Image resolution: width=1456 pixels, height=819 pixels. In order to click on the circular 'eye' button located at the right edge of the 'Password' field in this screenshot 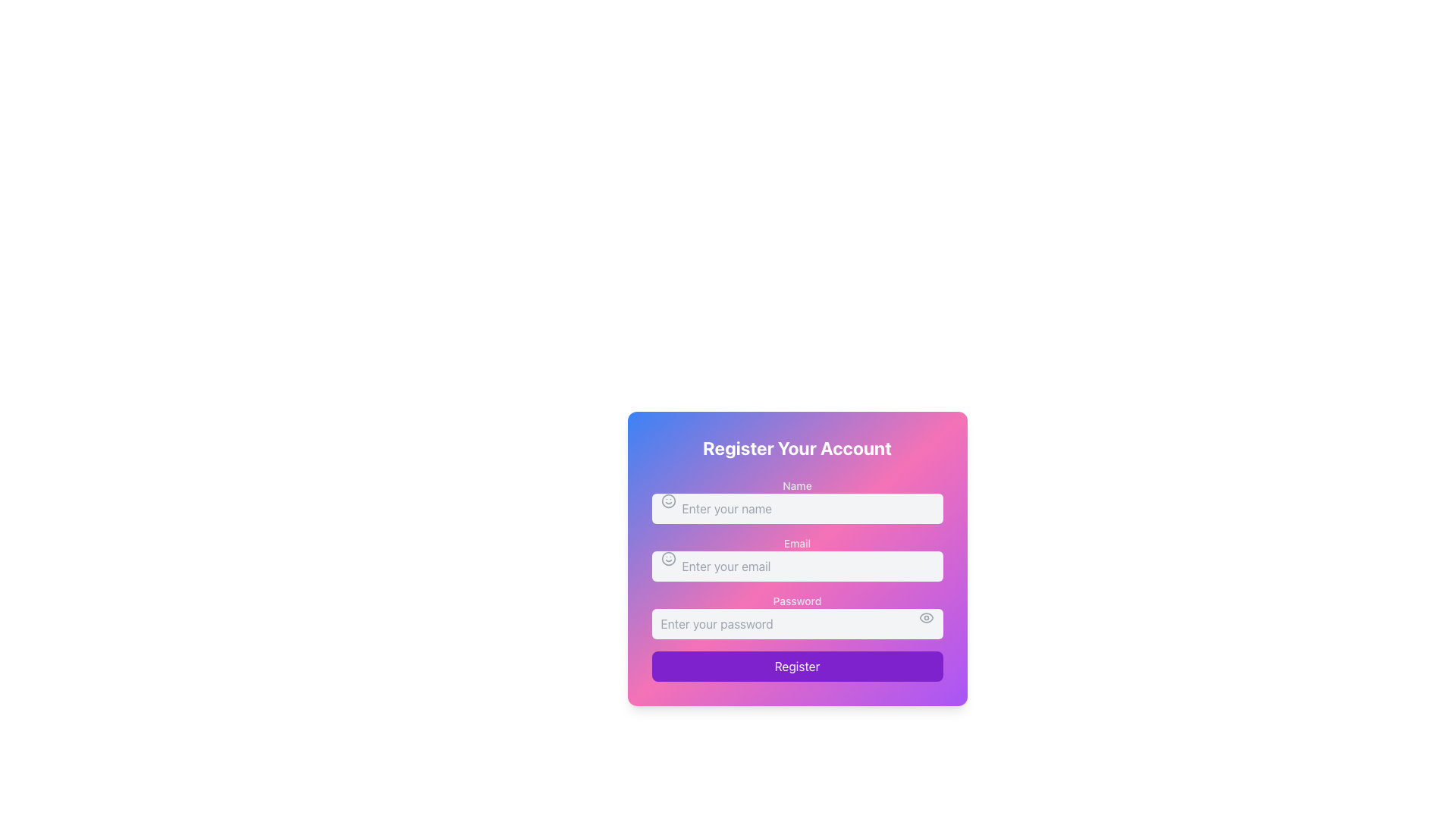, I will do `click(925, 617)`.